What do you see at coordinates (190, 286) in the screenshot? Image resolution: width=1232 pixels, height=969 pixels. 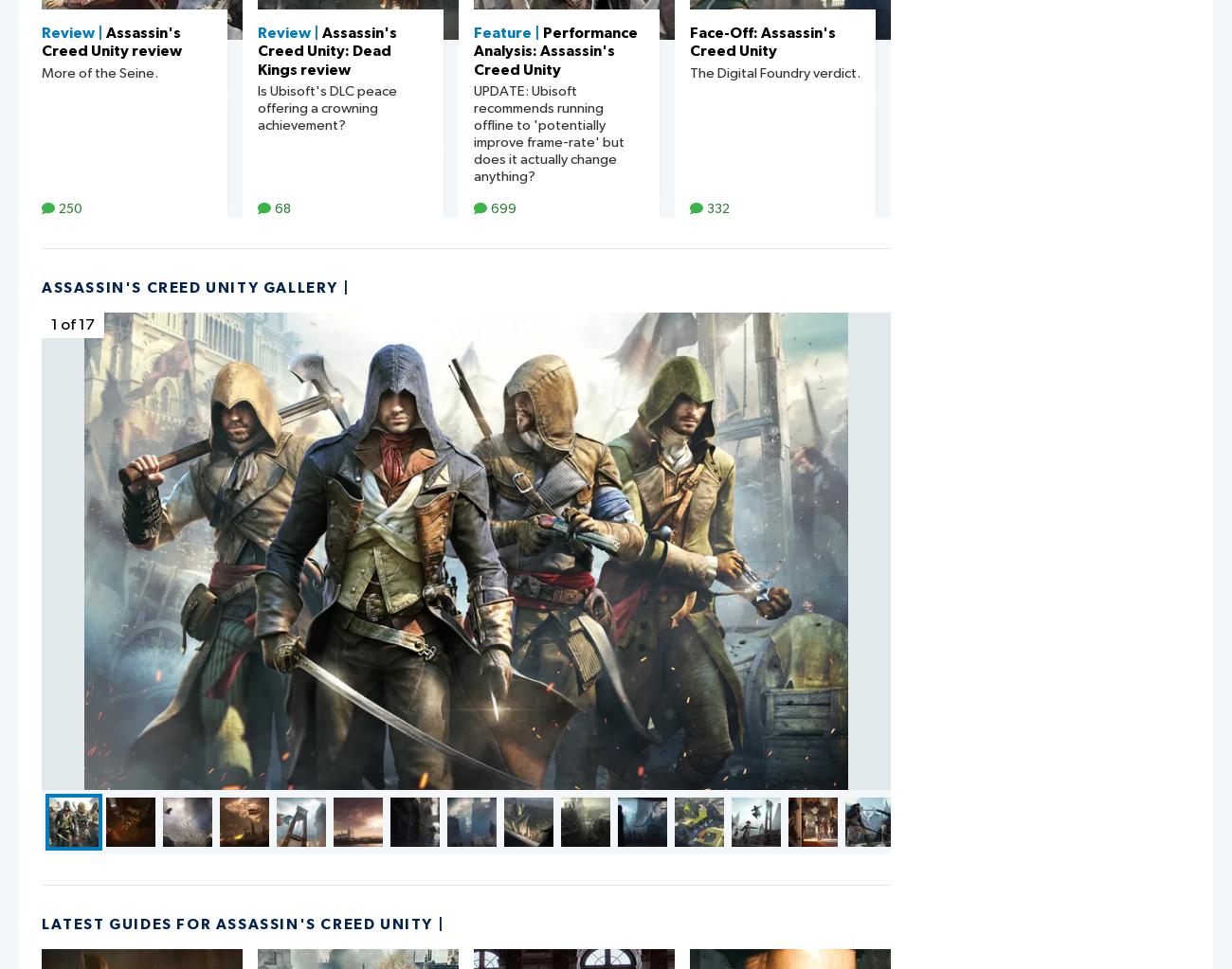 I see `'Assassin's Creed Unity Gallery'` at bounding box center [190, 286].